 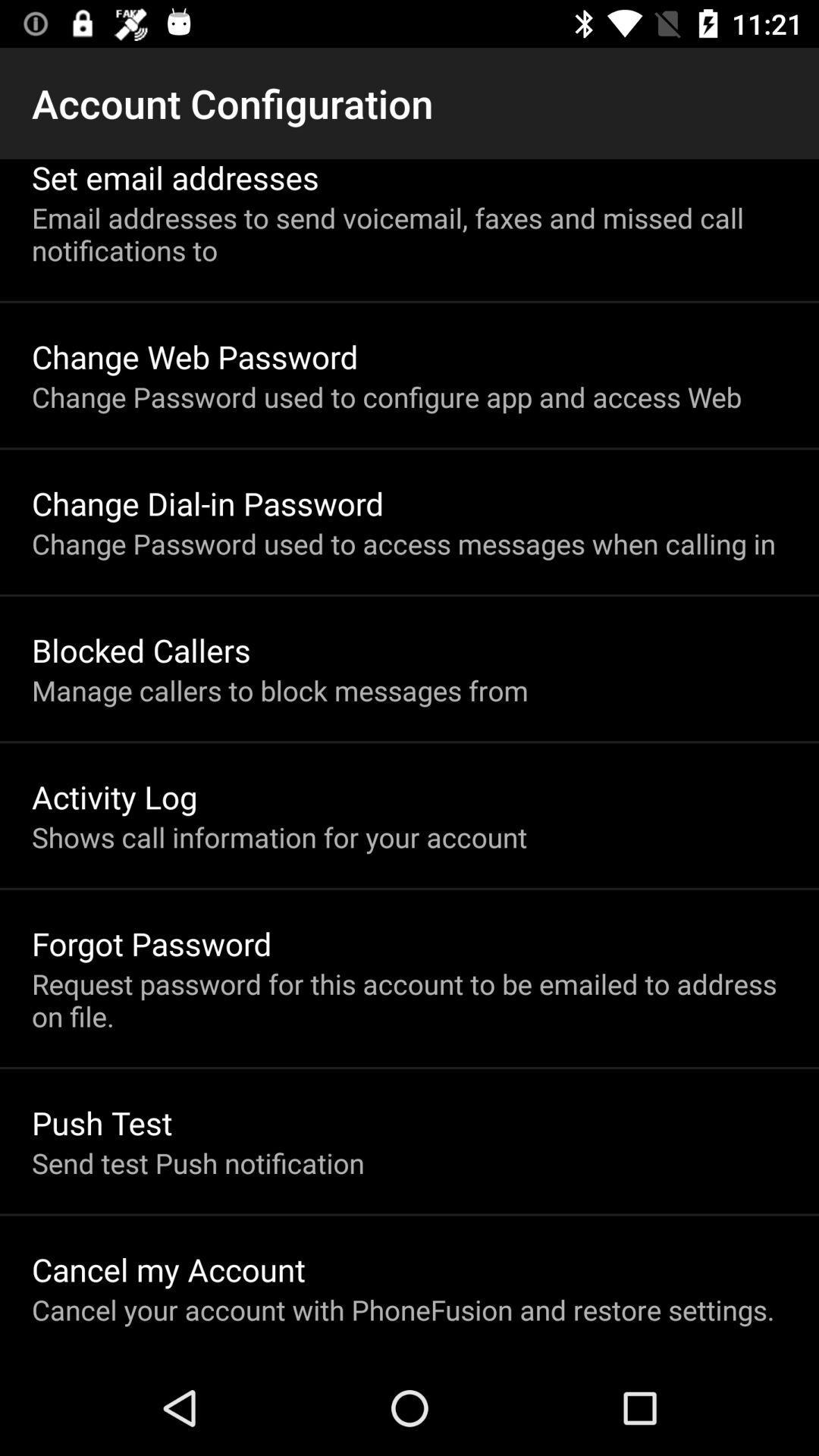 What do you see at coordinates (152, 943) in the screenshot?
I see `the item above request password for app` at bounding box center [152, 943].